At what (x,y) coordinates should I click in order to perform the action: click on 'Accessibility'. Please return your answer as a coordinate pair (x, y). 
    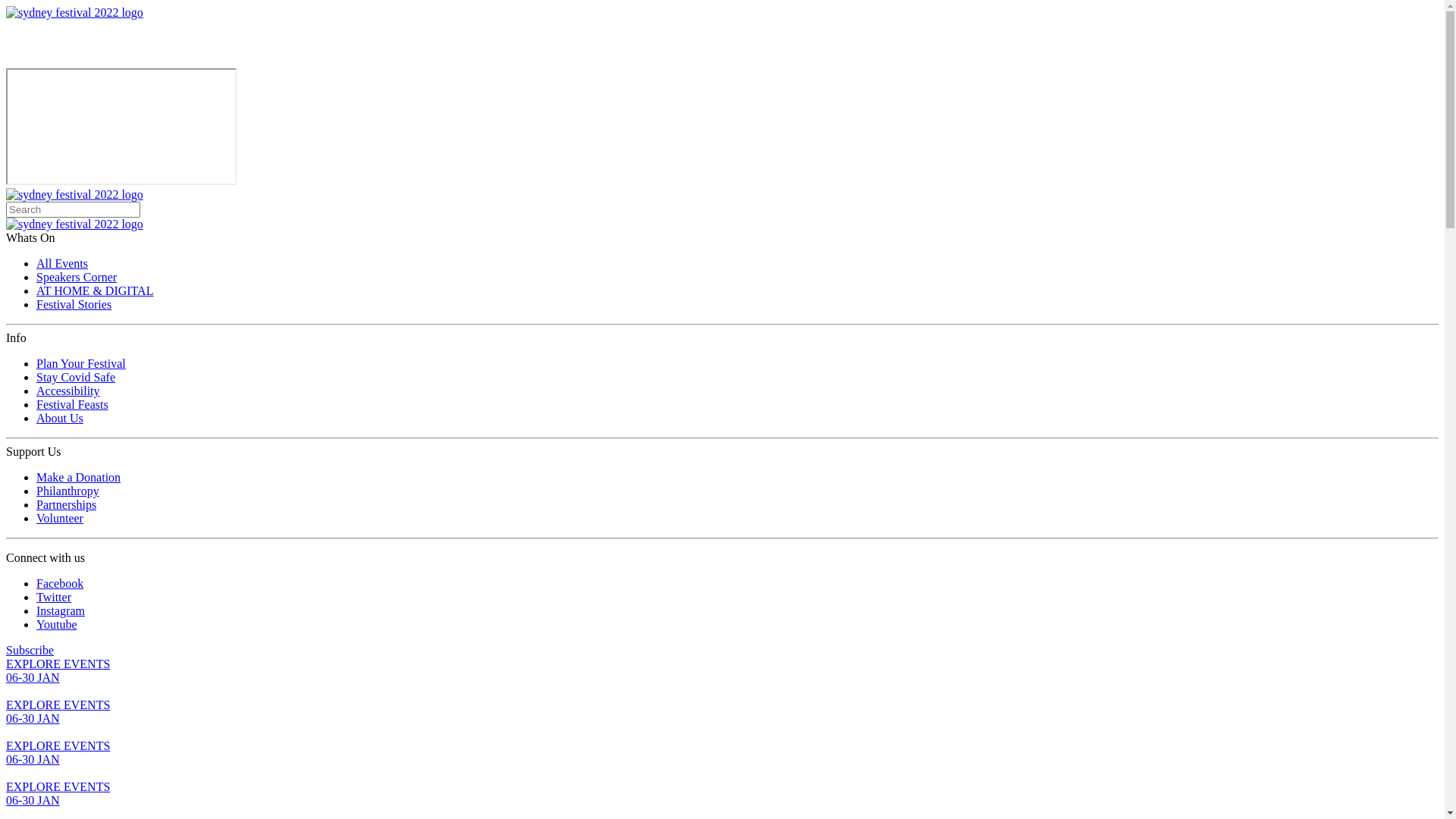
    Looking at the image, I should click on (67, 390).